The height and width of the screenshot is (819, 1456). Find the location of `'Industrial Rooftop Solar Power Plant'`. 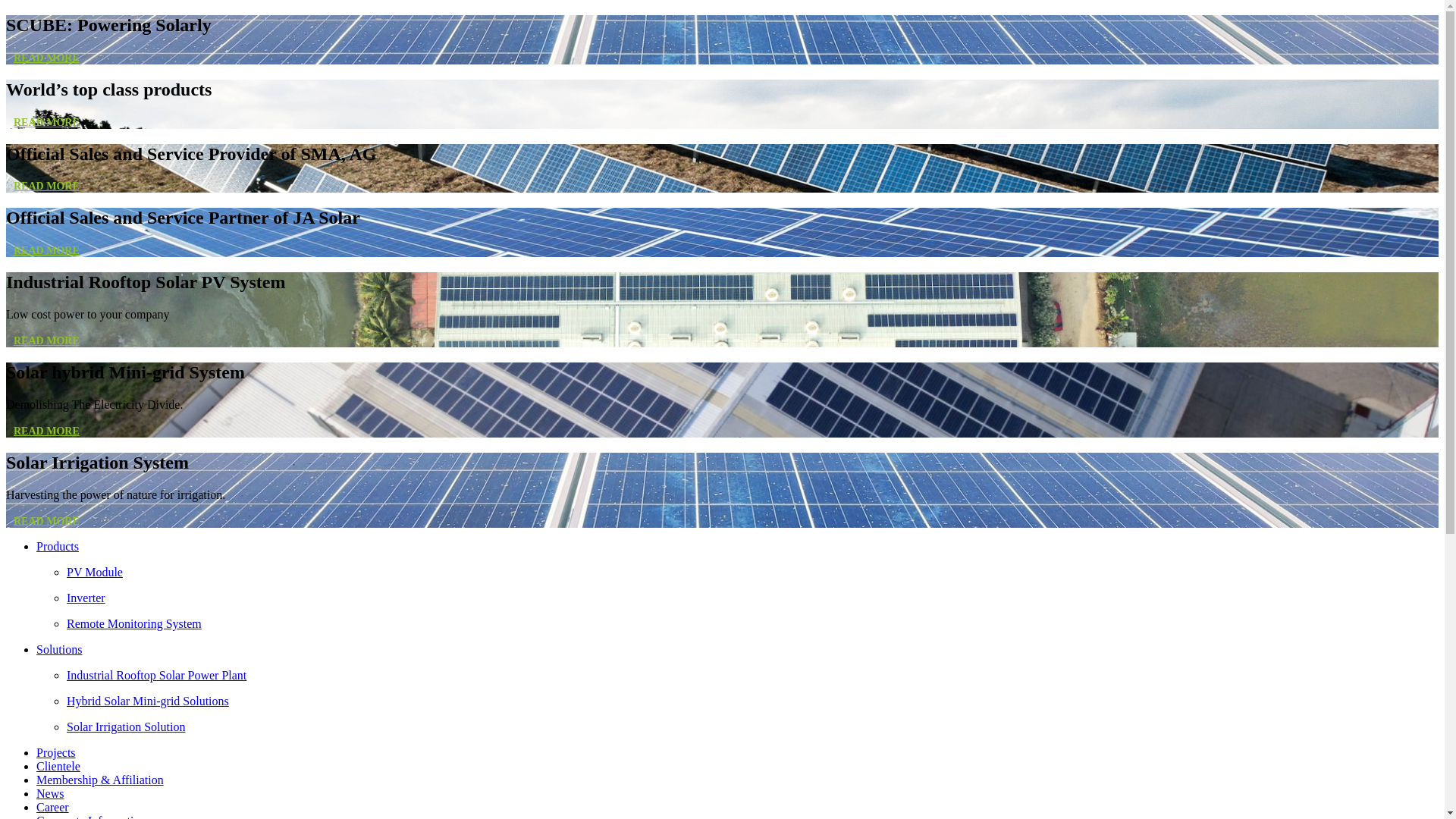

'Industrial Rooftop Solar Power Plant' is located at coordinates (752, 675).